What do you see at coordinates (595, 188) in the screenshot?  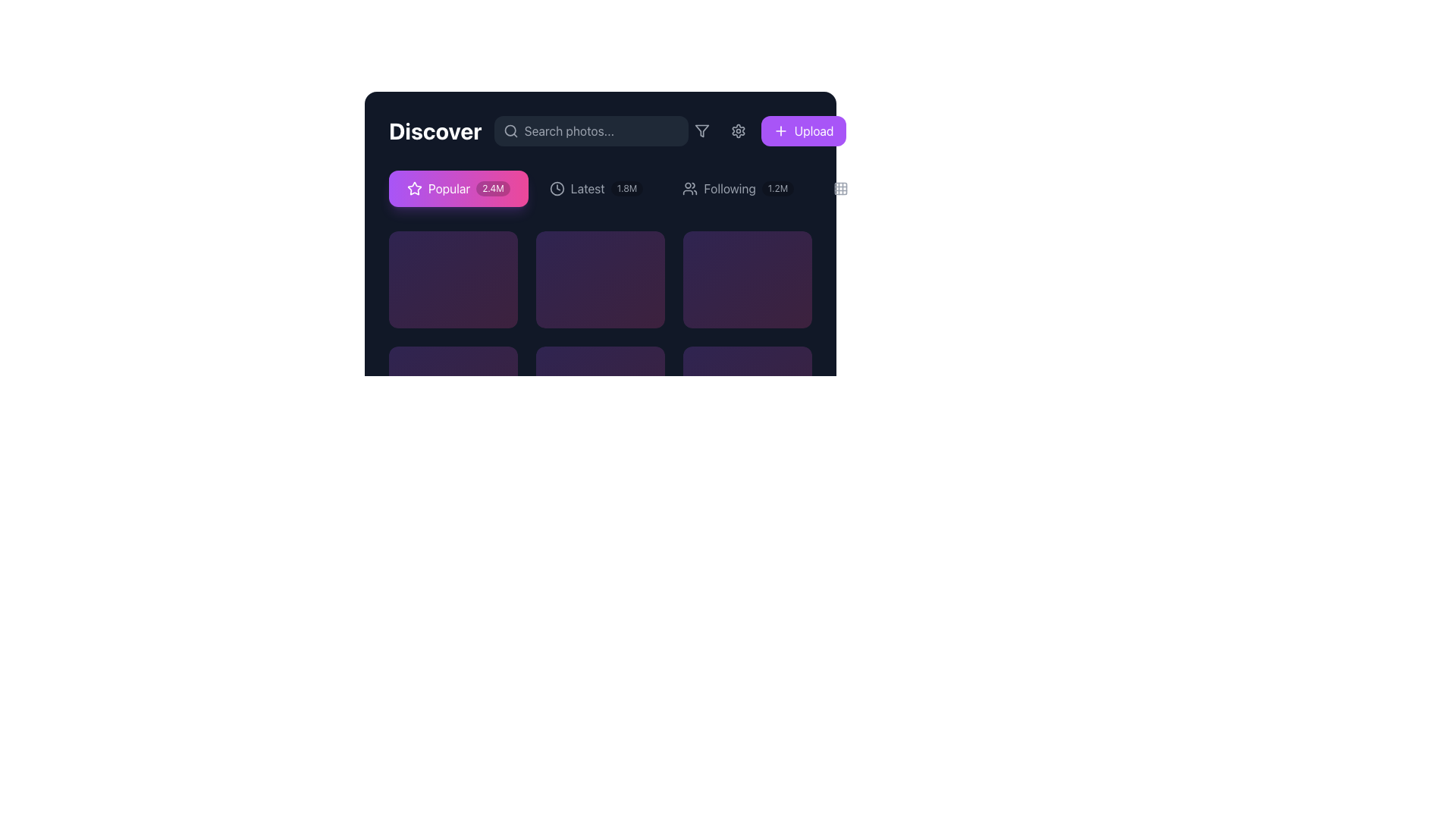 I see `the 'Latest' button with a clock icon` at bounding box center [595, 188].